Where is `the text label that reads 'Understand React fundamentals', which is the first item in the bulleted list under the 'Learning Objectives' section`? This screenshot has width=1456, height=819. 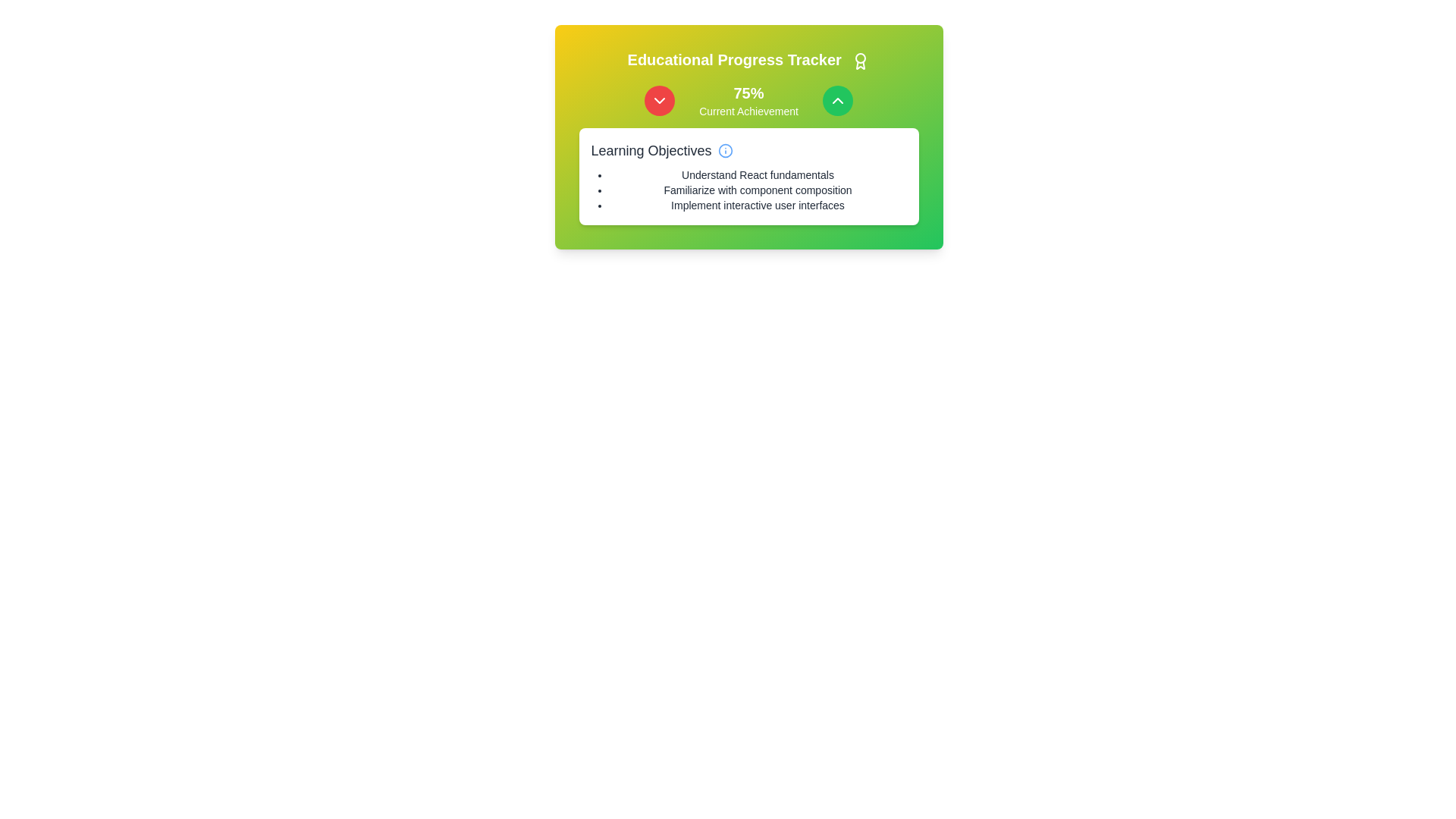 the text label that reads 'Understand React fundamentals', which is the first item in the bulleted list under the 'Learning Objectives' section is located at coordinates (758, 174).